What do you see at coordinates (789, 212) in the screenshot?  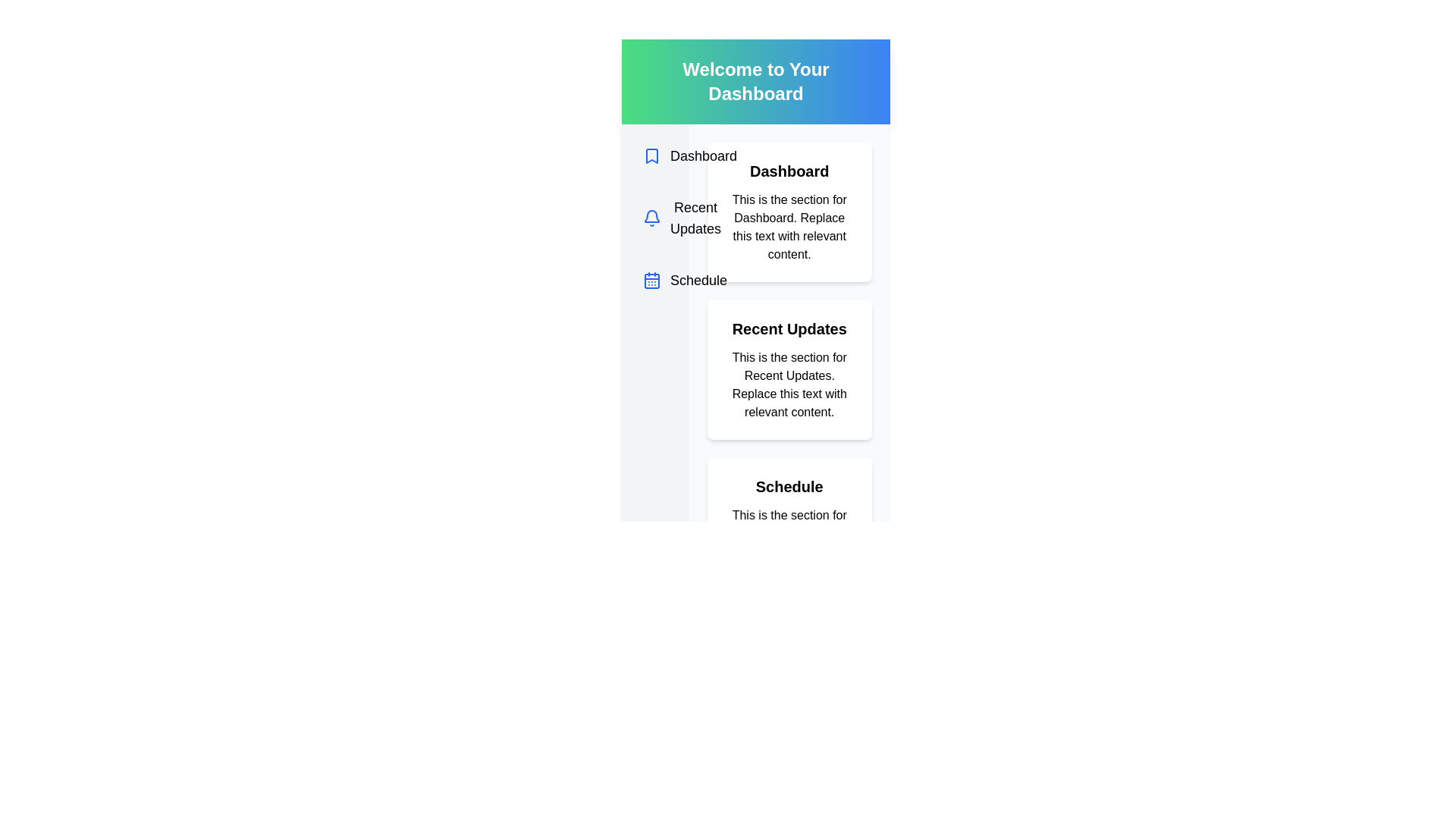 I see `the 'Dashboard' card, which is a rectangular box with a white background and rounded corners, located at the top of a vertical stack of sections in the main content area` at bounding box center [789, 212].